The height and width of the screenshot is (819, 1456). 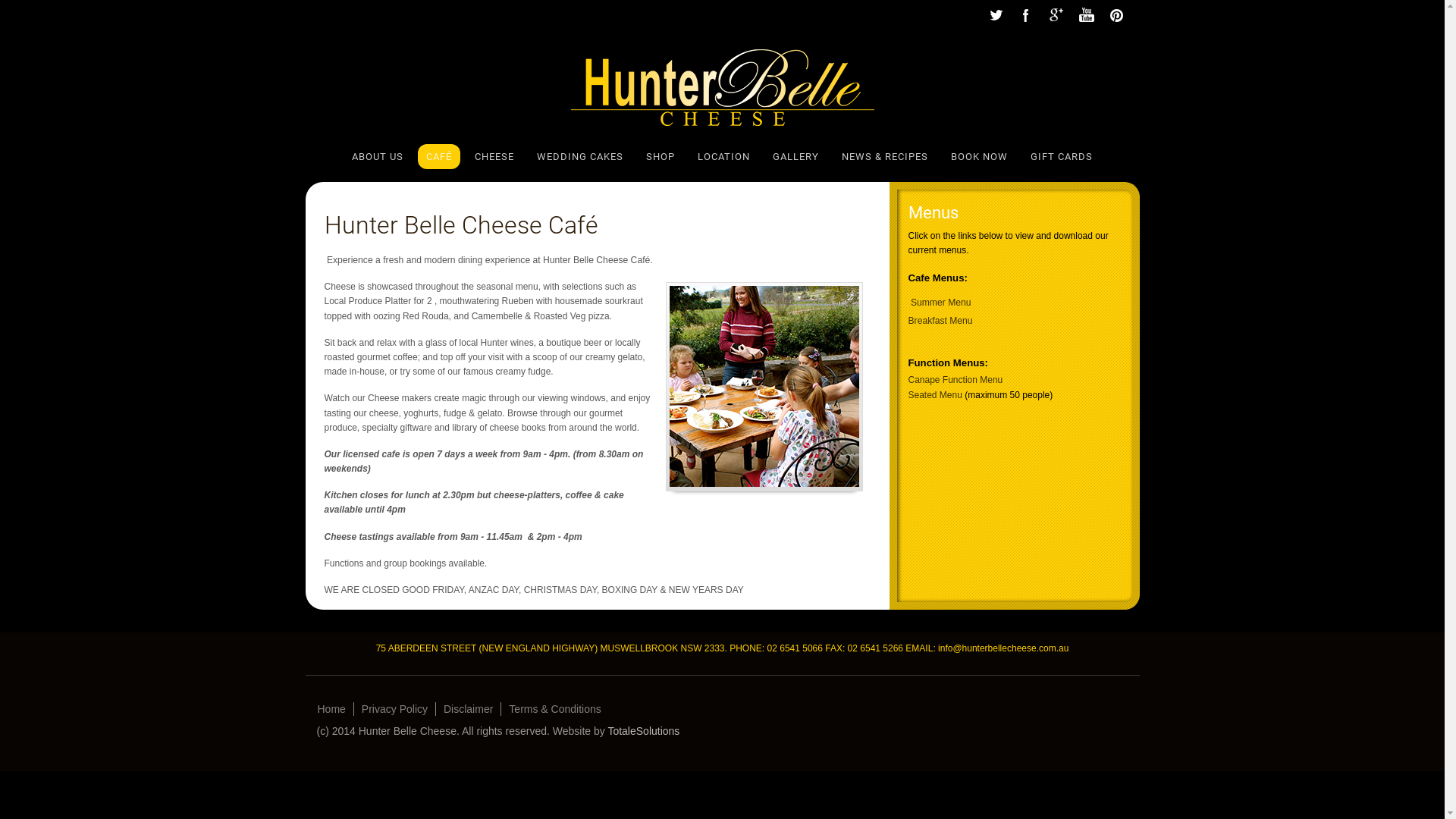 I want to click on 'TotaleSolutions', so click(x=643, y=730).